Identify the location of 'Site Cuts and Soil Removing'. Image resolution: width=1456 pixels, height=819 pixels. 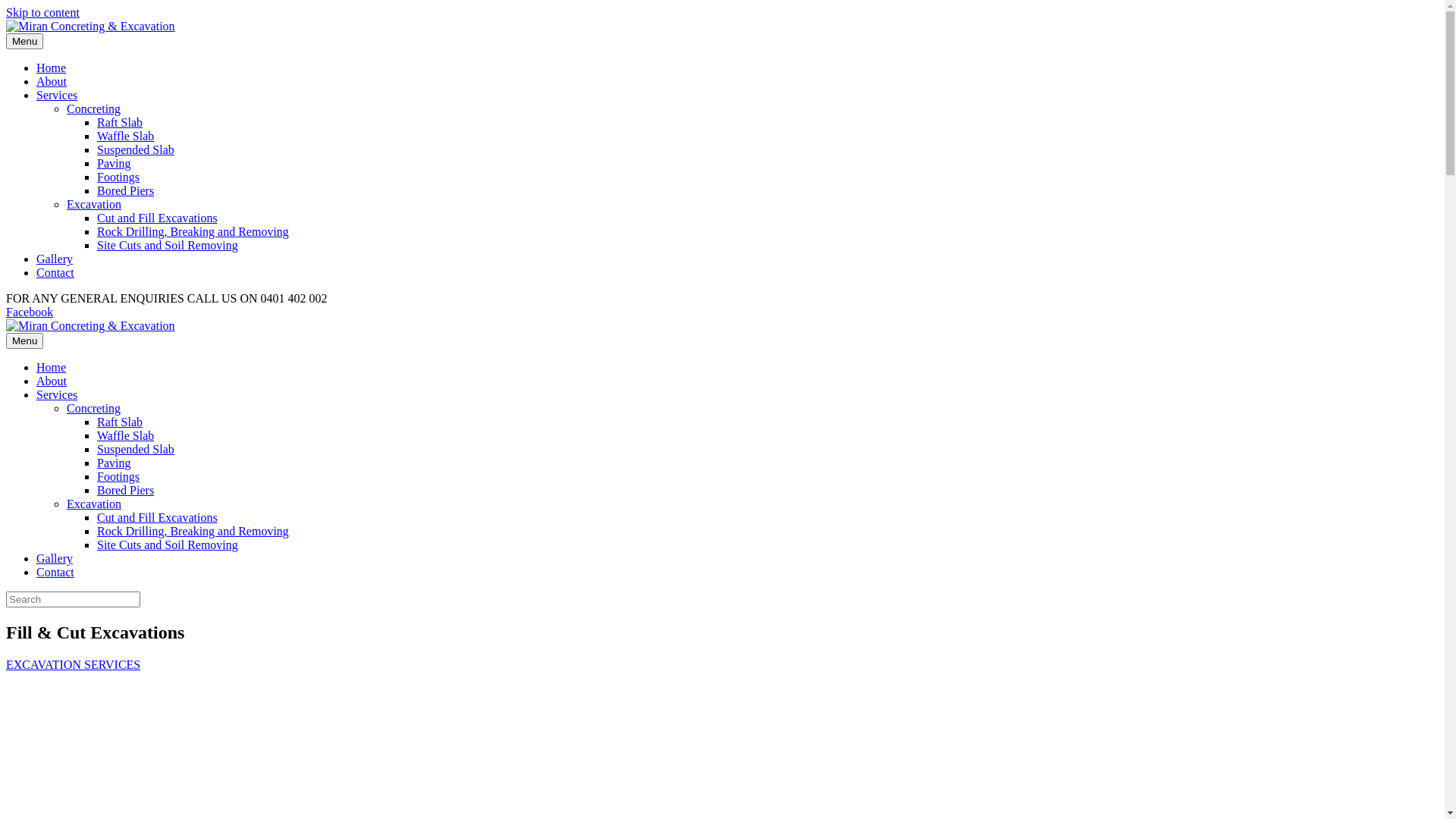
(167, 544).